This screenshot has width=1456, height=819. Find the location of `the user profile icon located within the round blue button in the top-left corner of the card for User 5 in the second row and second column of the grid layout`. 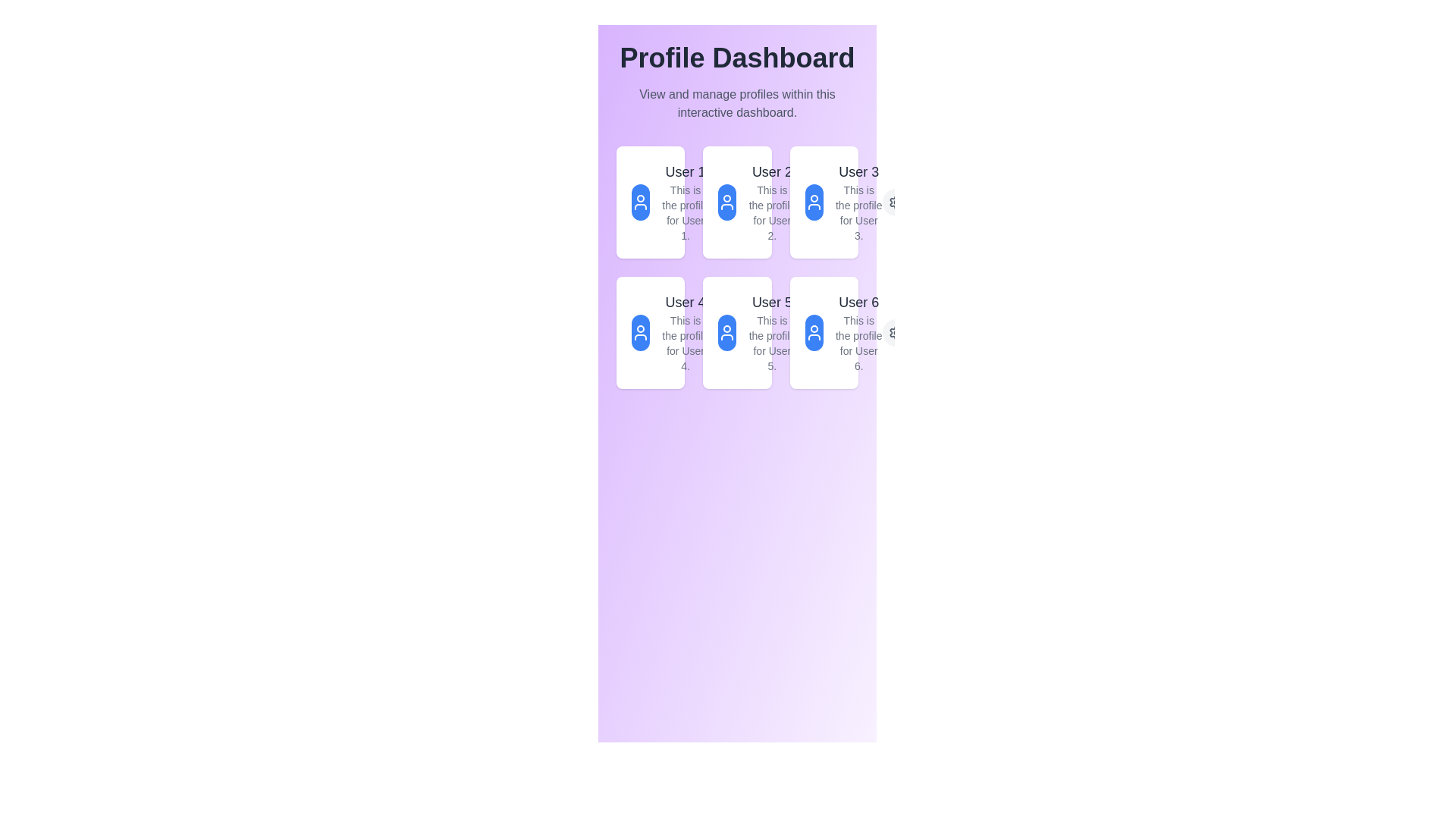

the user profile icon located within the round blue button in the top-left corner of the card for User 5 in the second row and second column of the grid layout is located at coordinates (813, 332).